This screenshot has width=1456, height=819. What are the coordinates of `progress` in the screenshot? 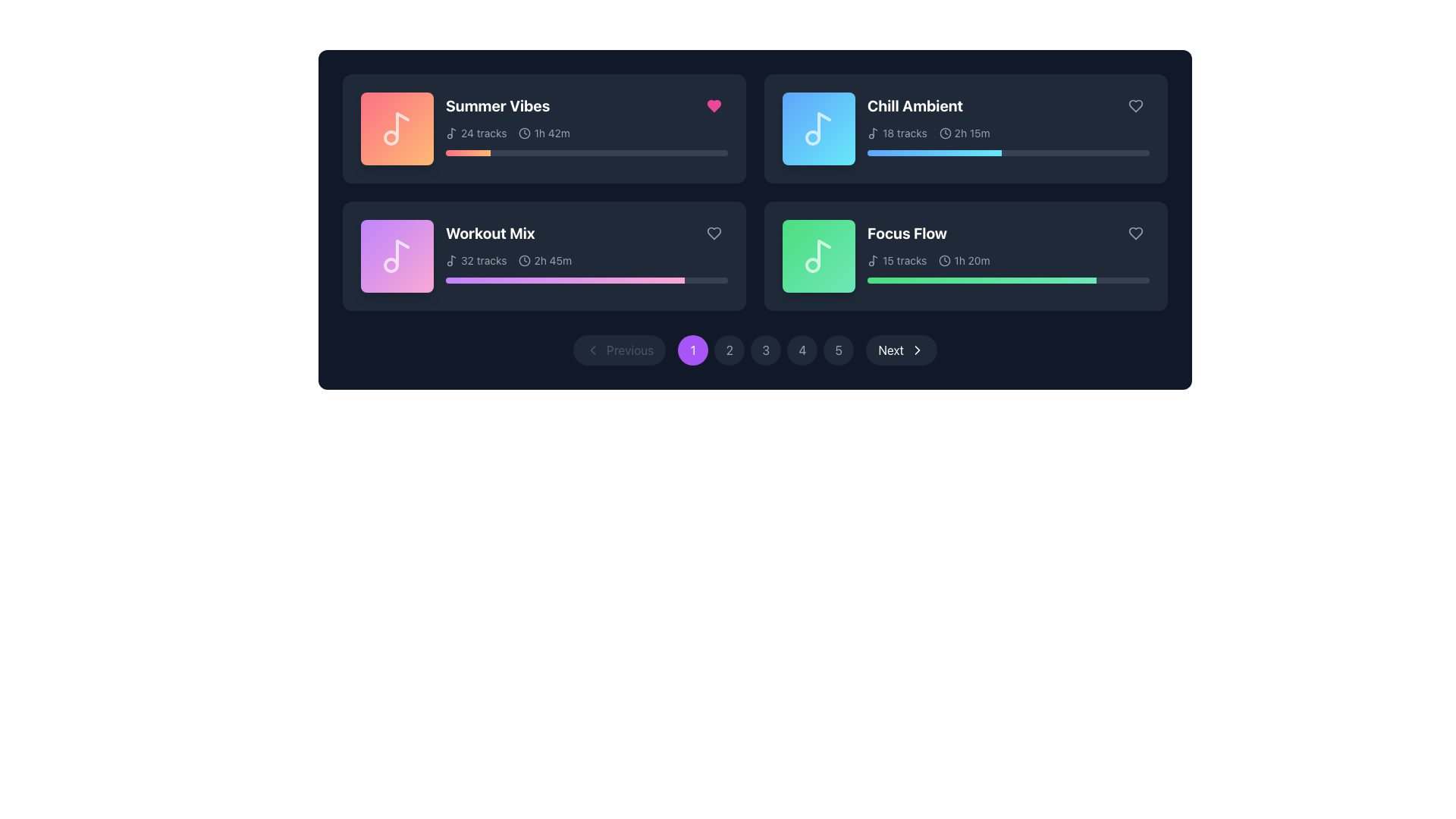 It's located at (581, 281).